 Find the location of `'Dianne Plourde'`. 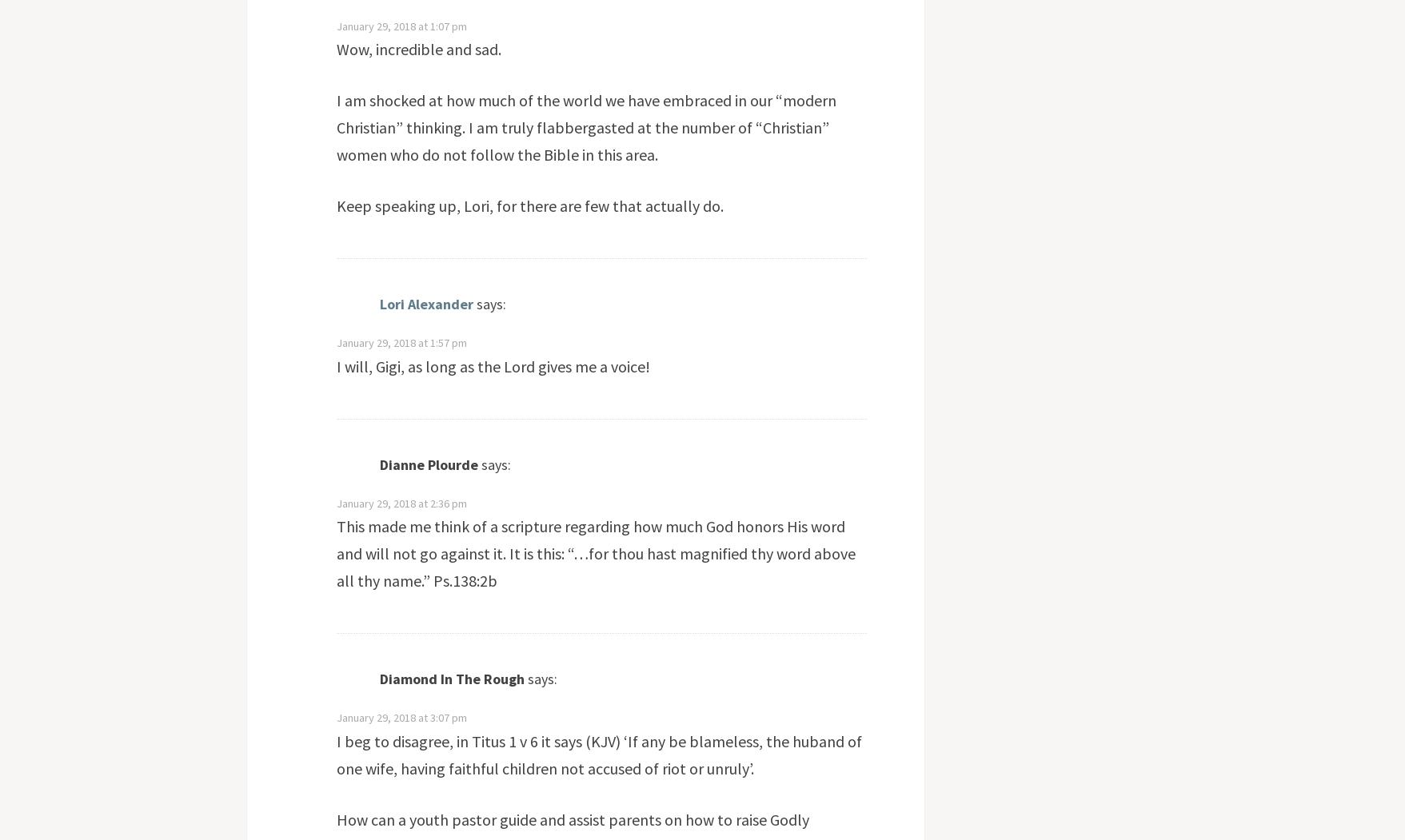

'Dianne Plourde' is located at coordinates (428, 464).